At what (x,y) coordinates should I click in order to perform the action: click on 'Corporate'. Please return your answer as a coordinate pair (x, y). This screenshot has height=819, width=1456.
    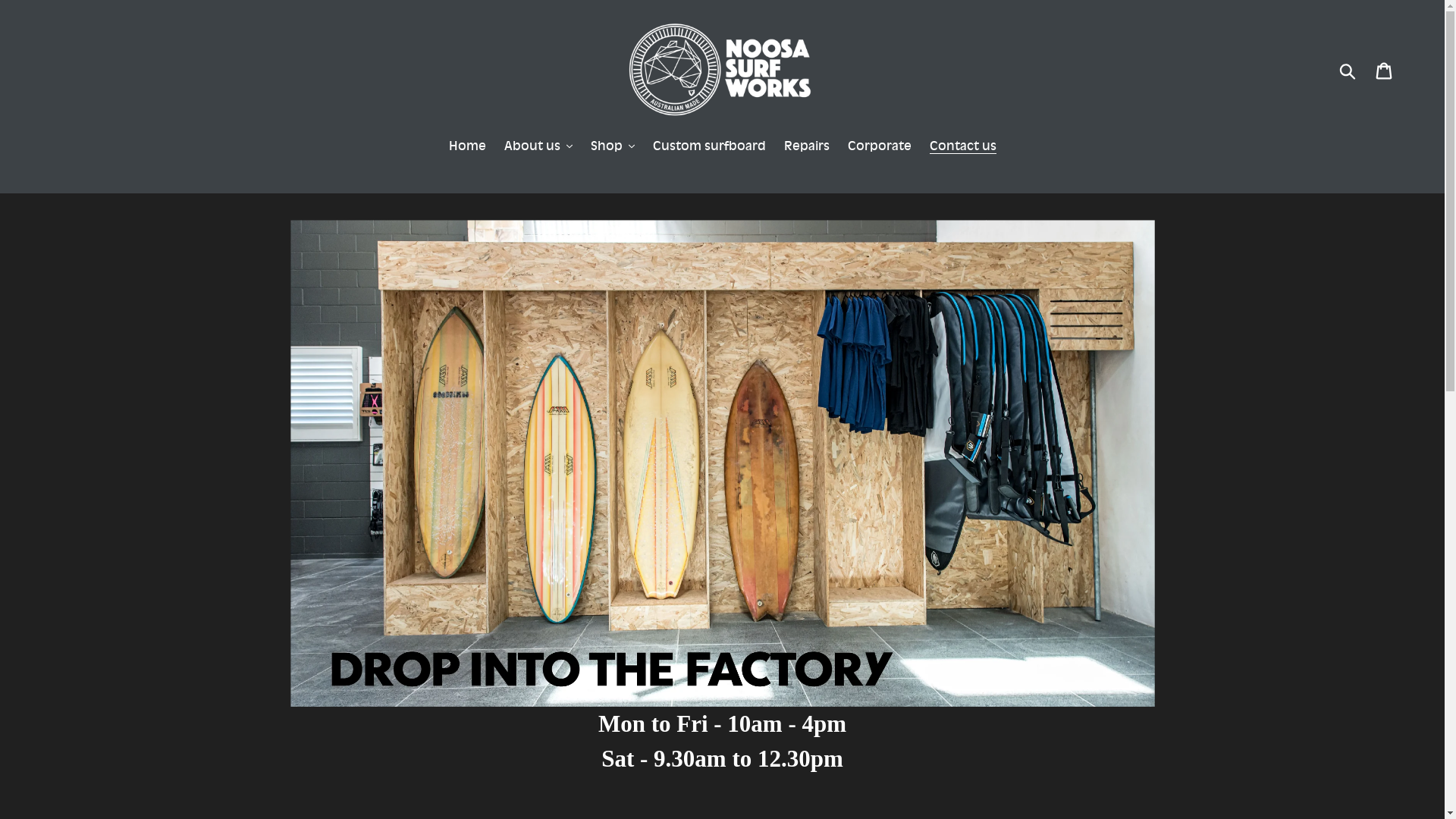
    Looking at the image, I should click on (839, 146).